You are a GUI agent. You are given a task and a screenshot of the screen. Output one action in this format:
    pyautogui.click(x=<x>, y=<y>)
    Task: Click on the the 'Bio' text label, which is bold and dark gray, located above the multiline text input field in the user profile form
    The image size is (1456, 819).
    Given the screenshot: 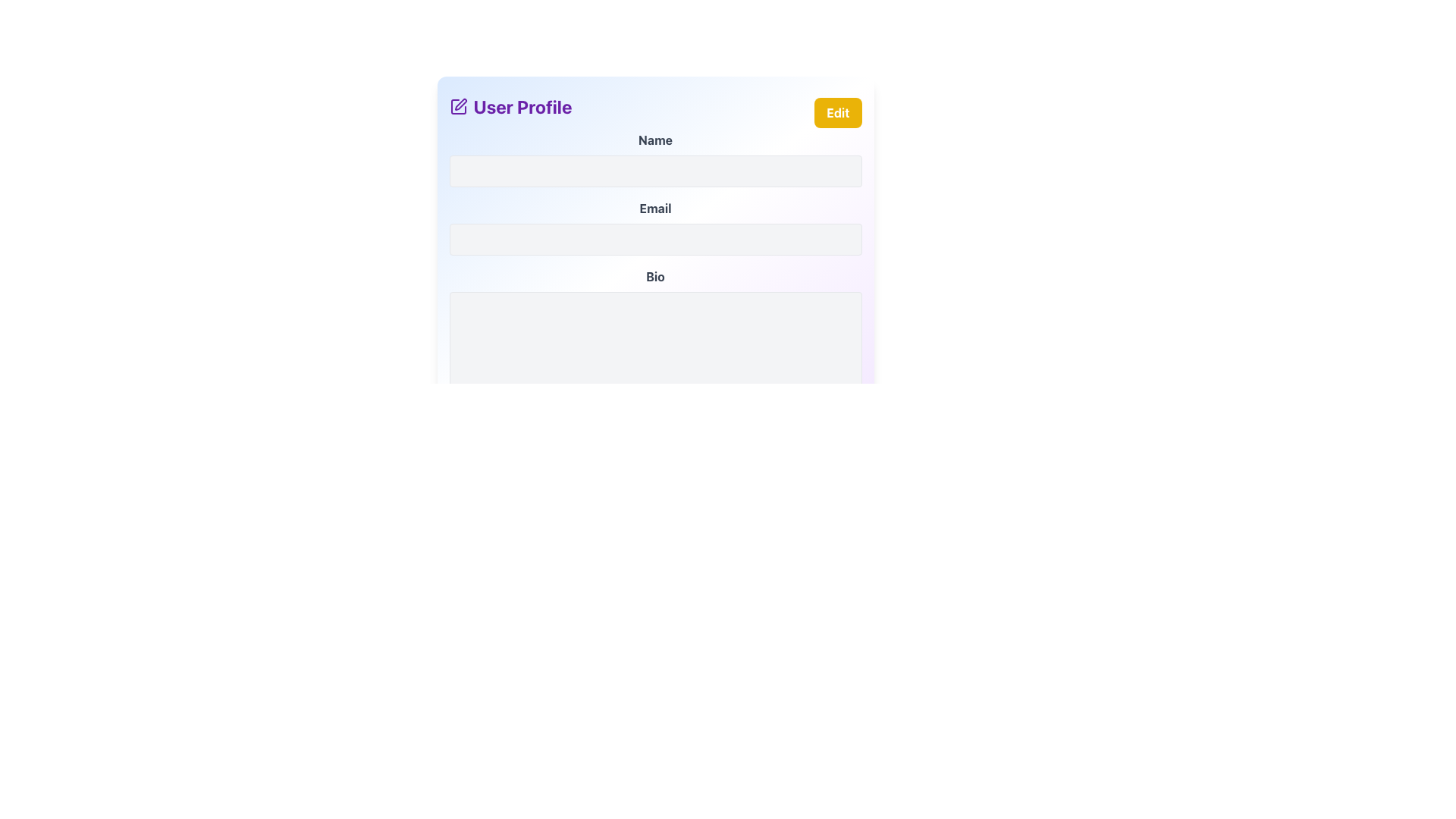 What is the action you would take?
    pyautogui.click(x=655, y=277)
    